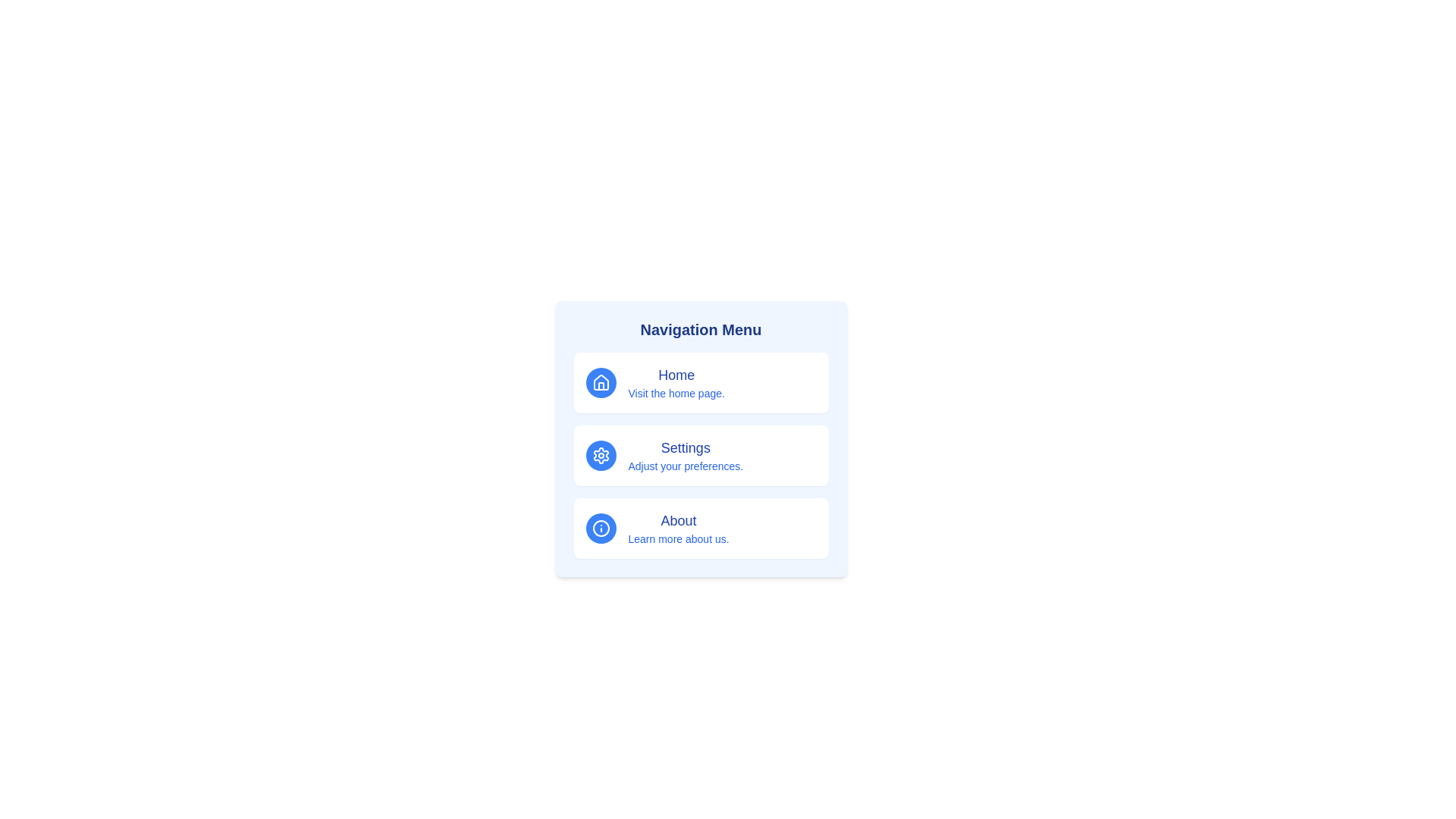 The width and height of the screenshot is (1456, 819). I want to click on the circular icon with a blue background and a white border that contains an 'info' symbol, located on the left side of the 'About' section, so click(600, 528).